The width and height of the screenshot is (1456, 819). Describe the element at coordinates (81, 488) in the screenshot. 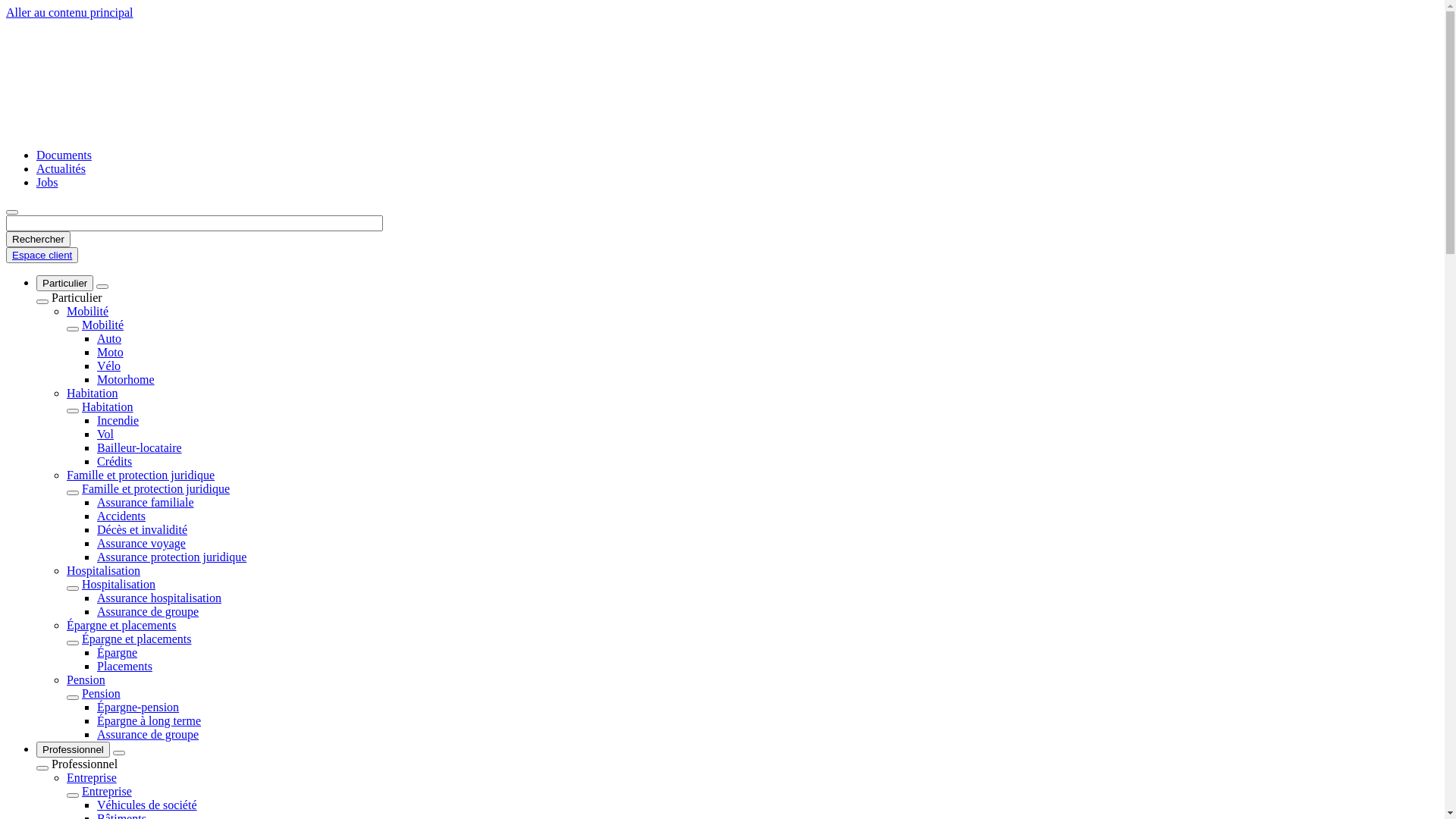

I see `'Famille et protection juridique'` at that location.